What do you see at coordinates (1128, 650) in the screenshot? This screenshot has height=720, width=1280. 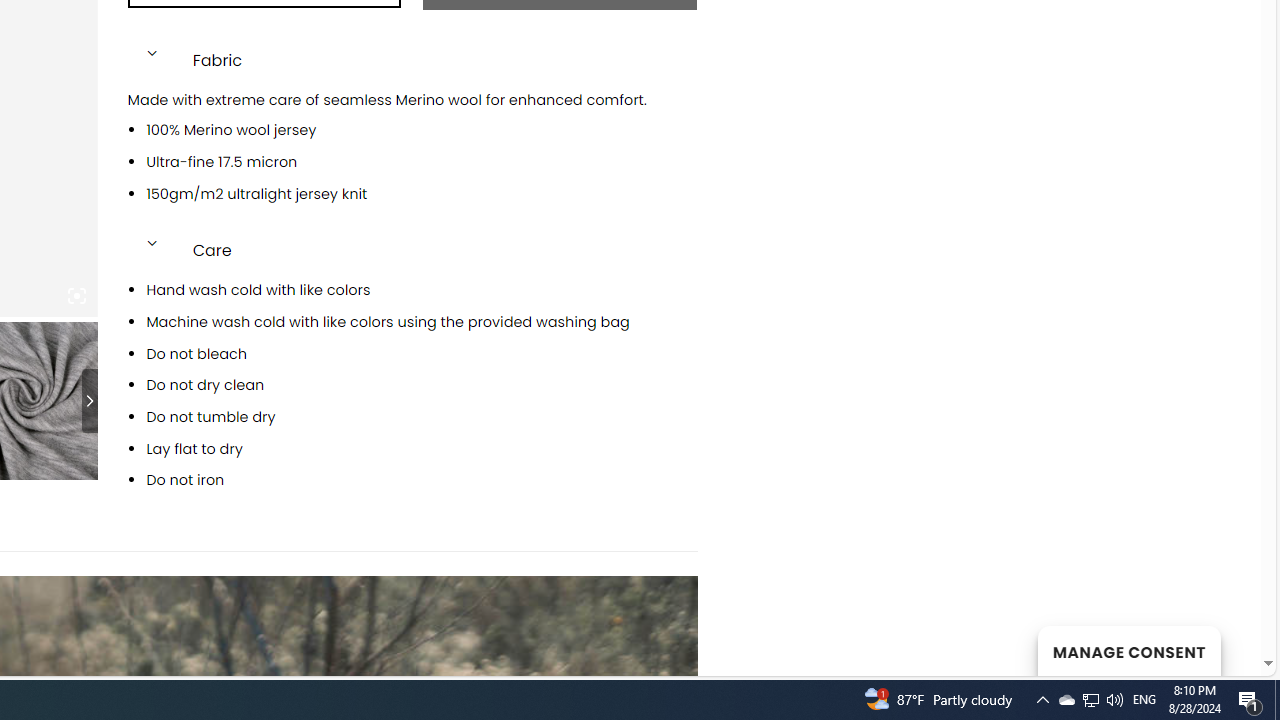 I see `'MANAGE CONSENT'` at bounding box center [1128, 650].